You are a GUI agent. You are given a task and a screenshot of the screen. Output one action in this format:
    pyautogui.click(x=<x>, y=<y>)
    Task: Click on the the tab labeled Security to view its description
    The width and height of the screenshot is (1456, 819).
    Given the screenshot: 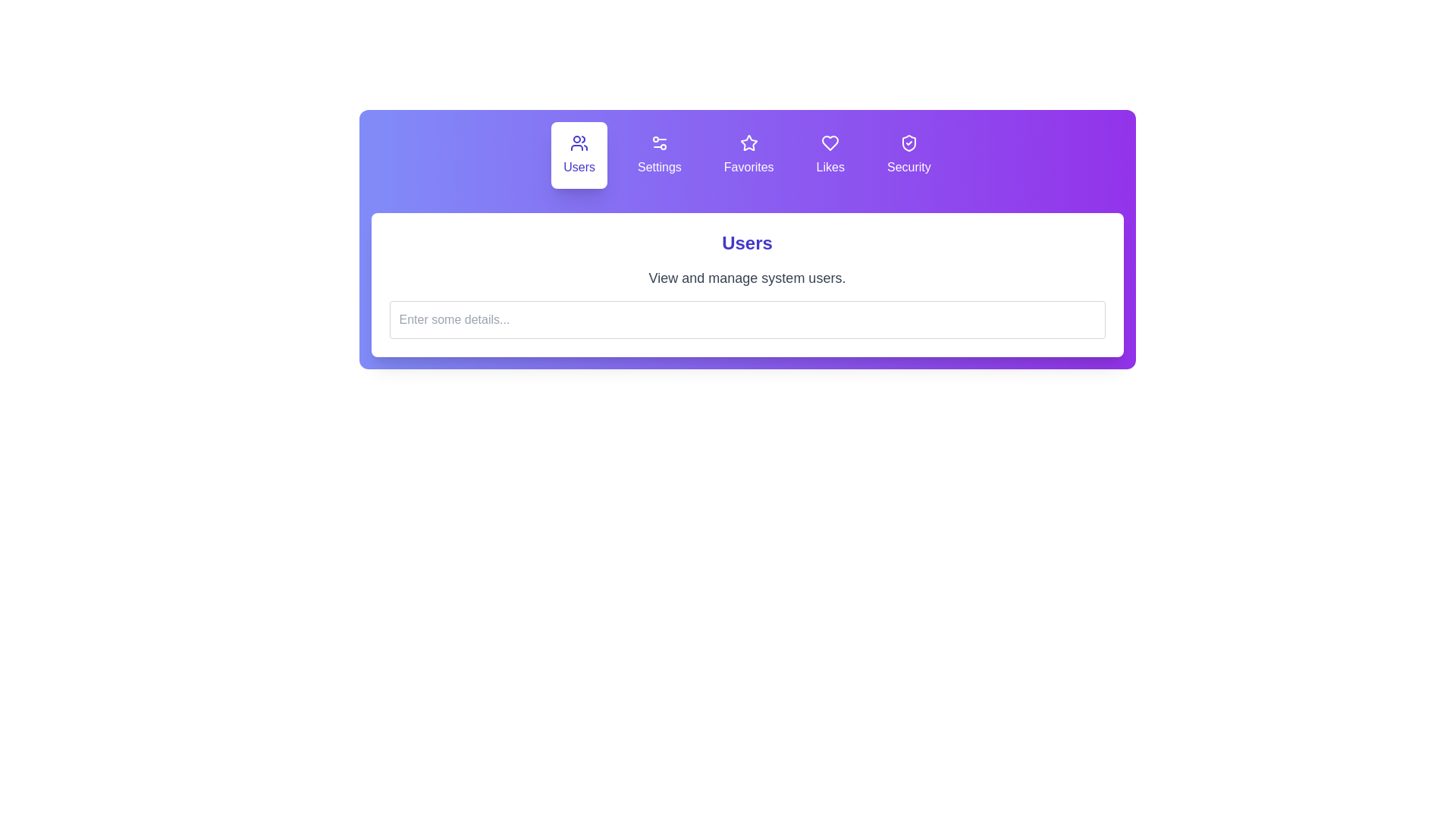 What is the action you would take?
    pyautogui.click(x=909, y=155)
    